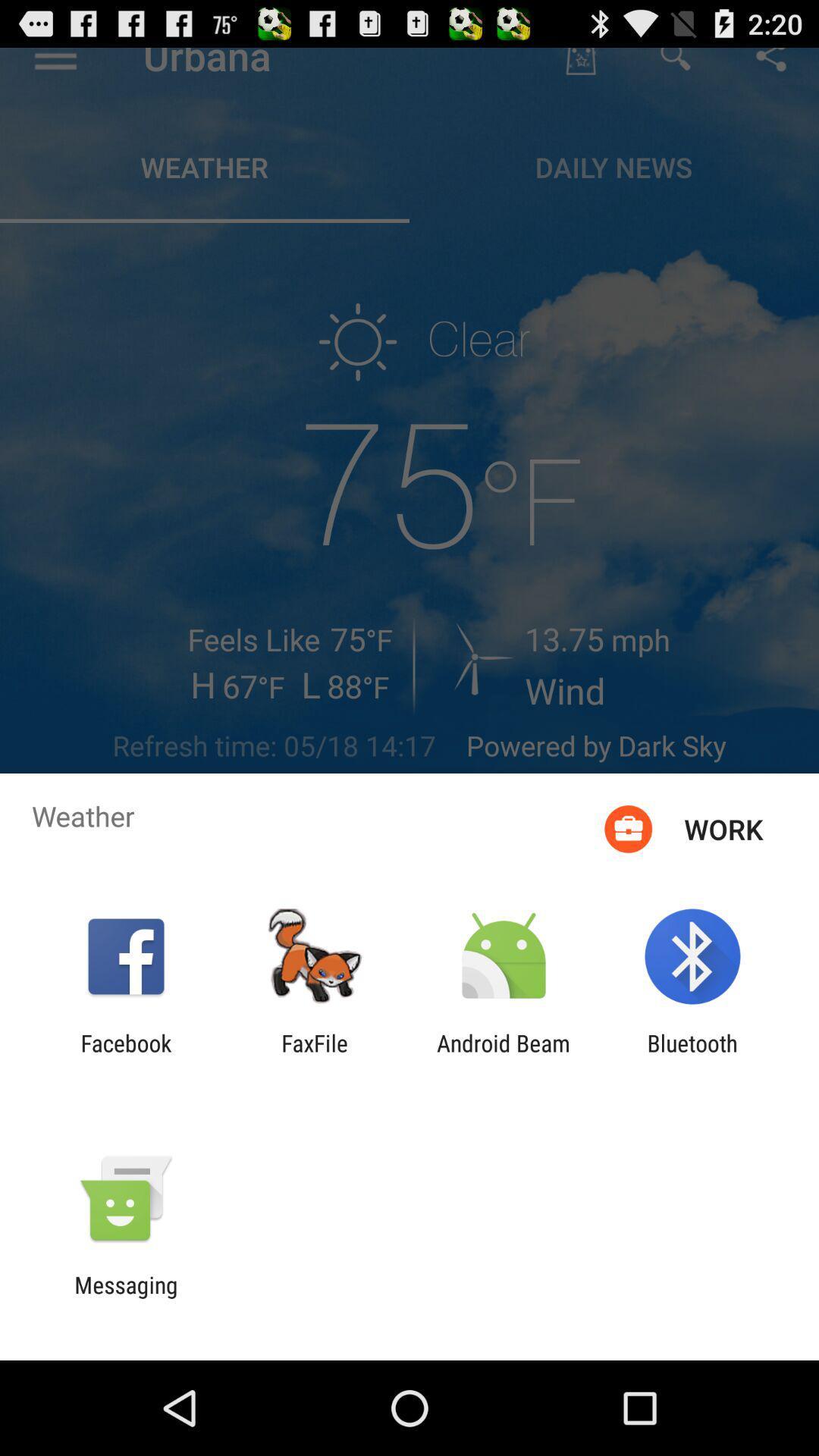  What do you see at coordinates (314, 1056) in the screenshot?
I see `faxfile app` at bounding box center [314, 1056].